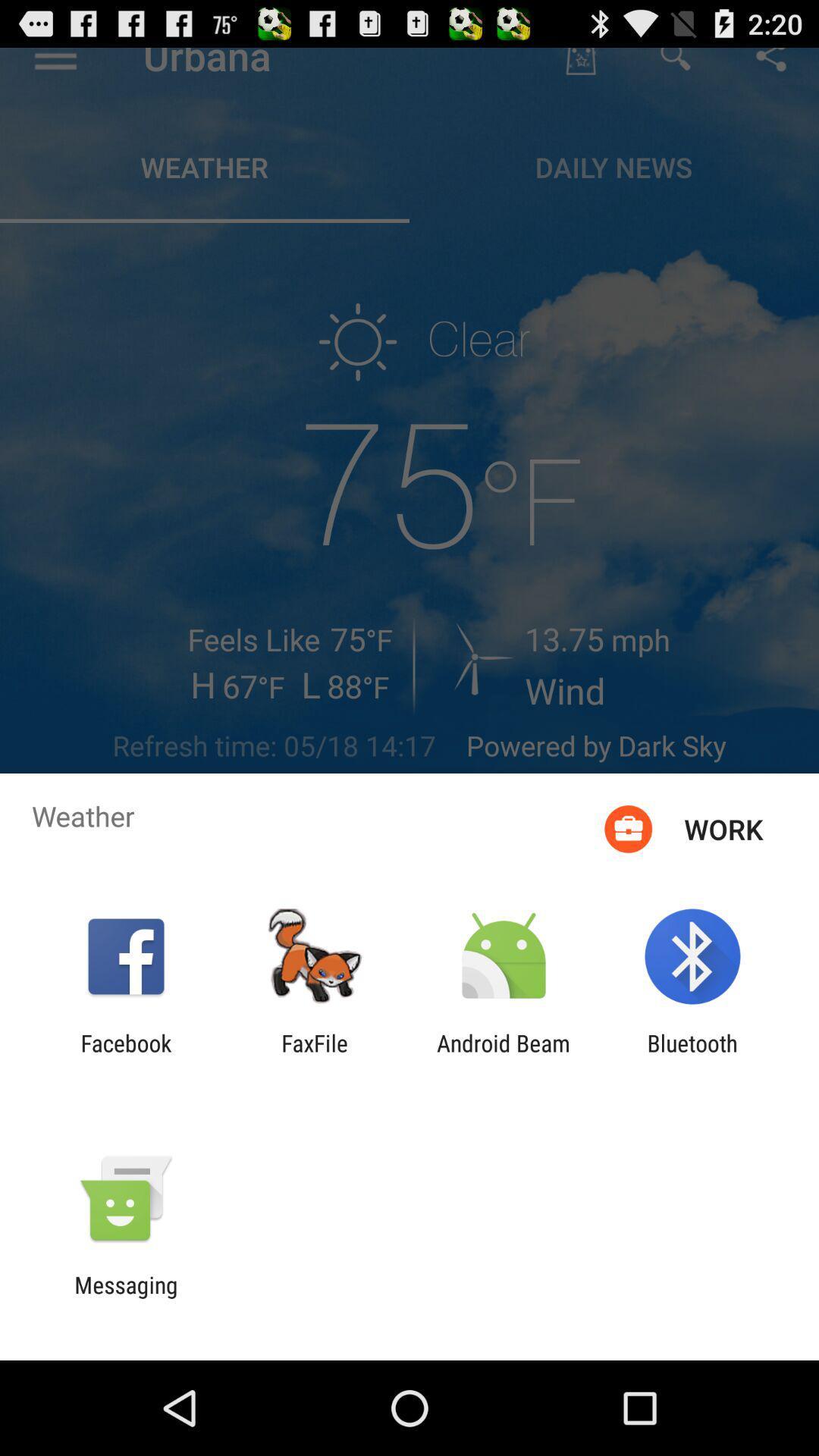  What do you see at coordinates (314, 1056) in the screenshot?
I see `faxfile app` at bounding box center [314, 1056].